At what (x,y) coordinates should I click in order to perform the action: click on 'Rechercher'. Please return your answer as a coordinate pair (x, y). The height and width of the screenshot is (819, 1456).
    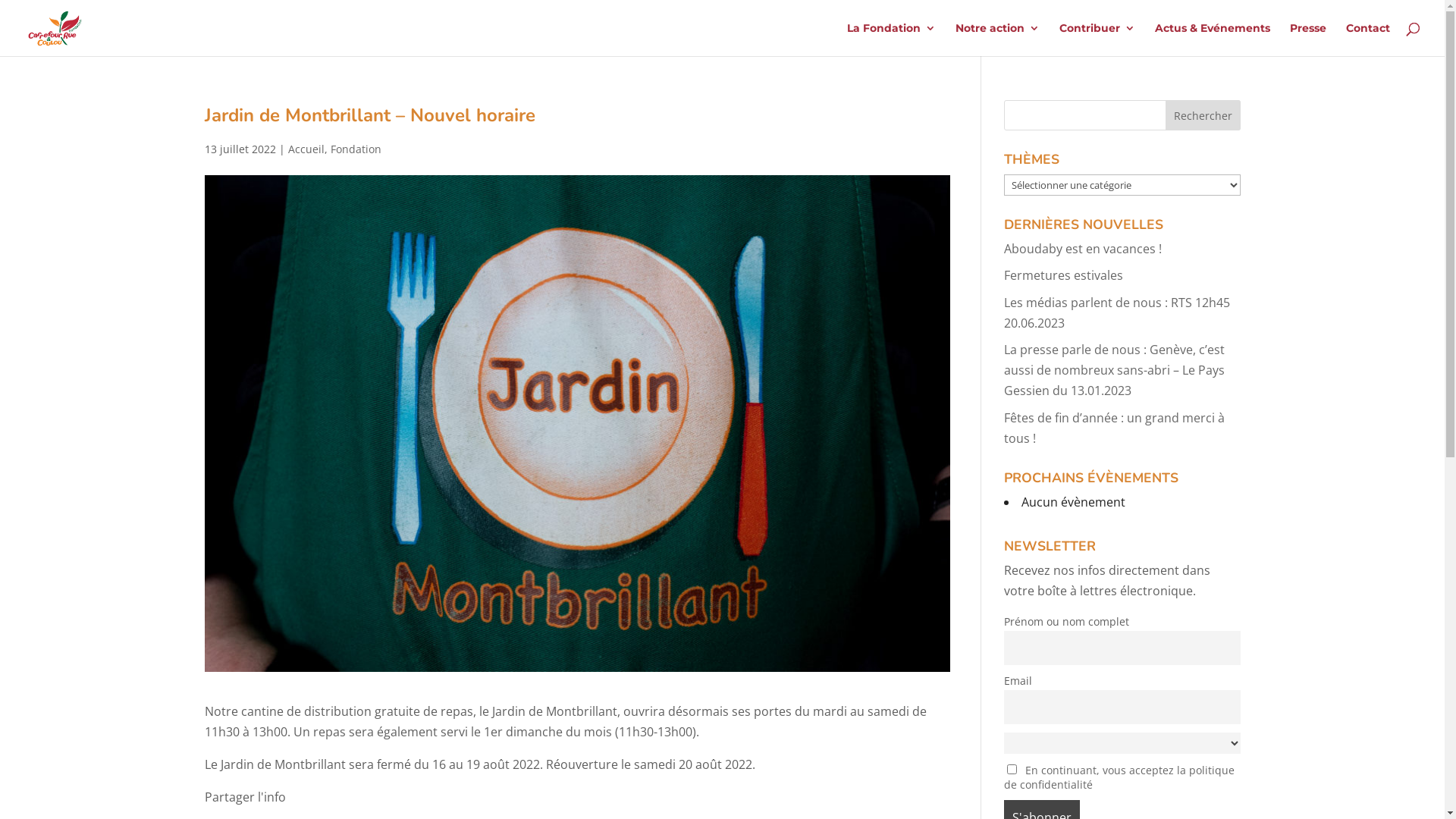
    Looking at the image, I should click on (1202, 114).